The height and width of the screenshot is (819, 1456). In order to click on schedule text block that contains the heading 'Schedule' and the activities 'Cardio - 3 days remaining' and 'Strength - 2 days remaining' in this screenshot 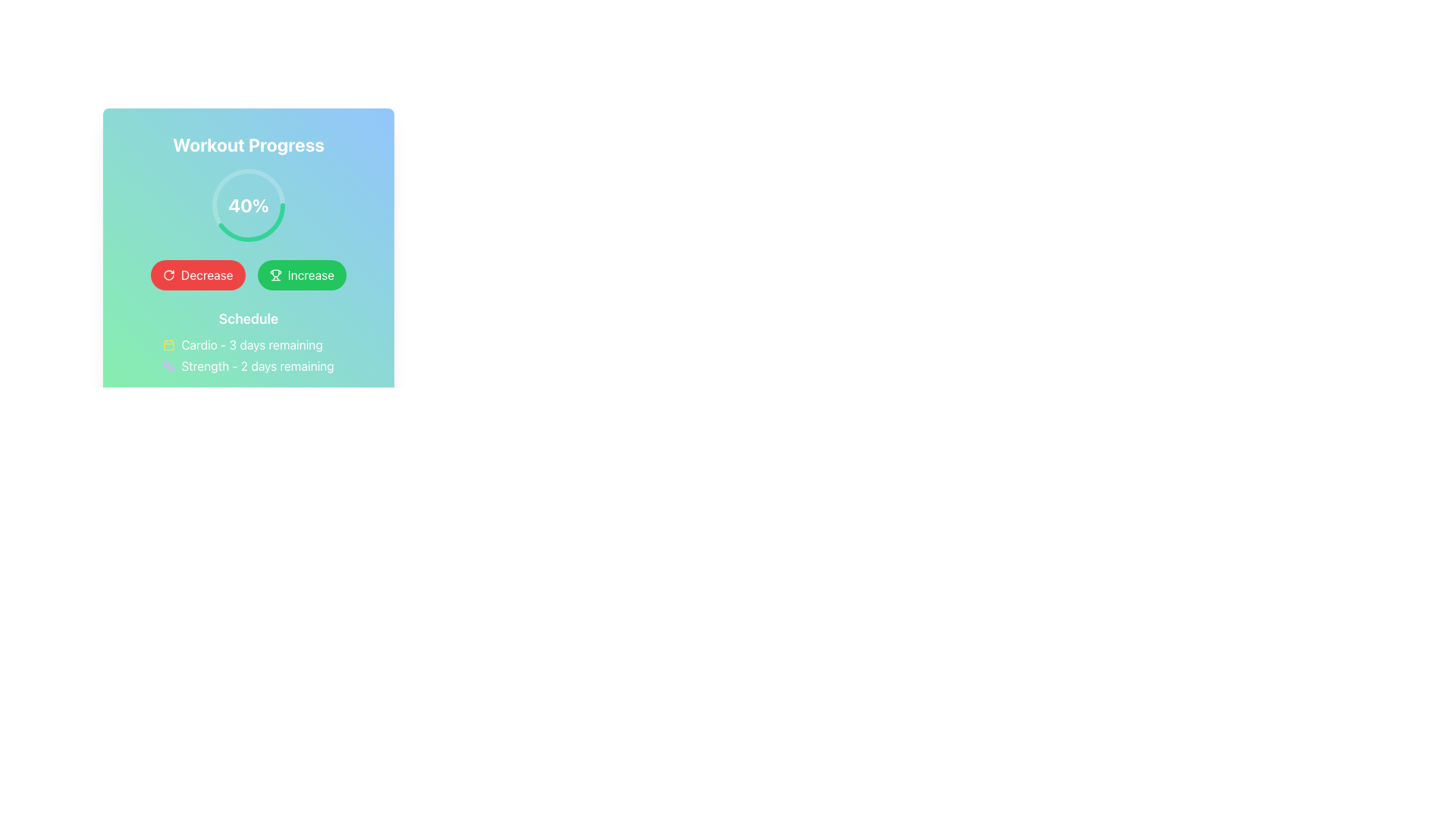, I will do `click(248, 342)`.